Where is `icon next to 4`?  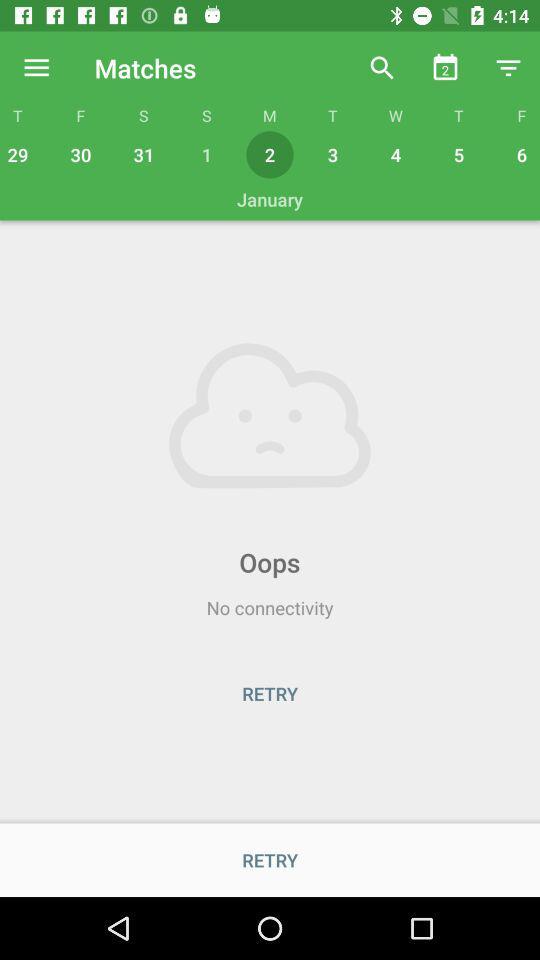
icon next to 4 is located at coordinates (459, 153).